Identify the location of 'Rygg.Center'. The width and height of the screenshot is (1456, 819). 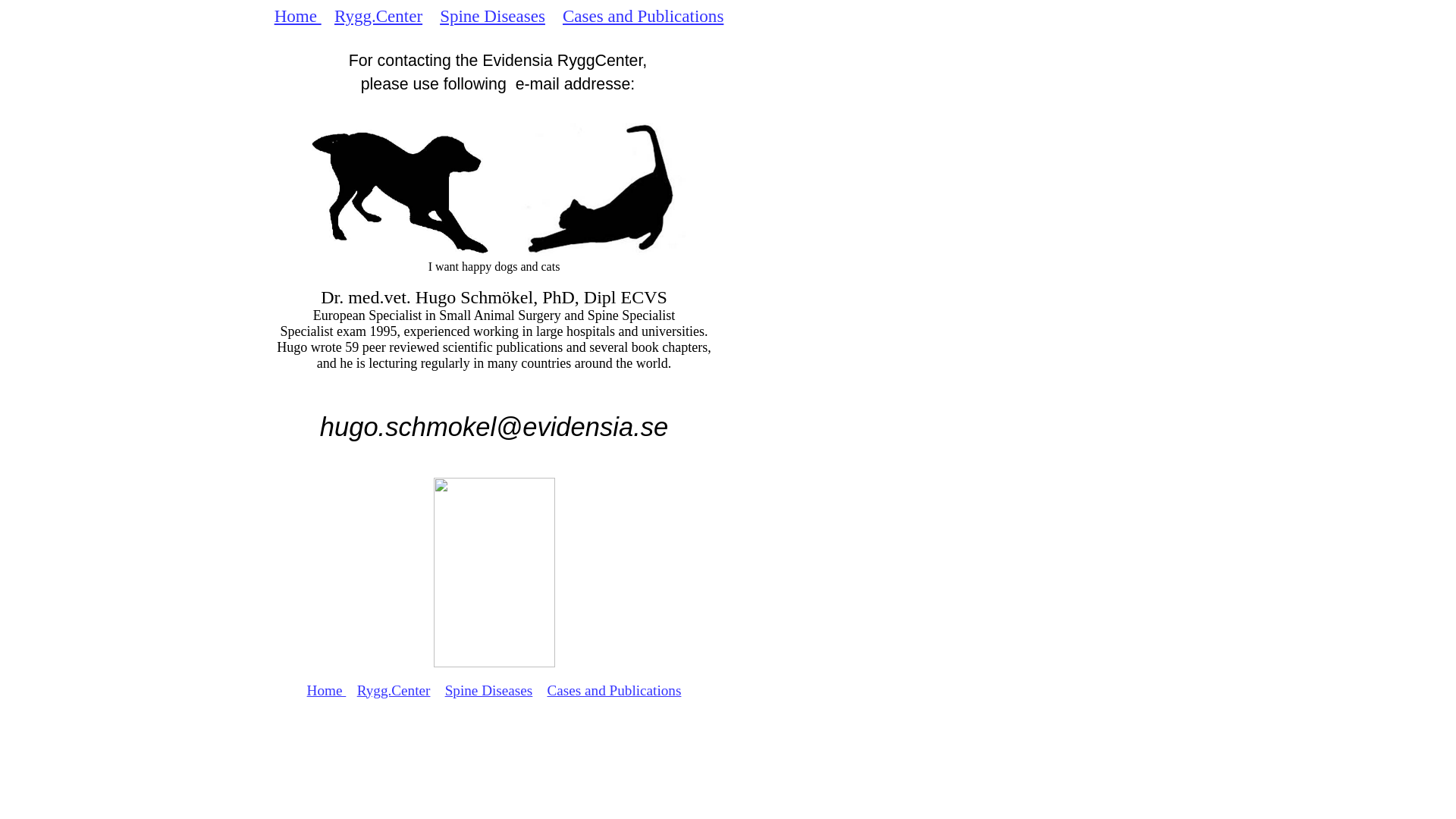
(378, 15).